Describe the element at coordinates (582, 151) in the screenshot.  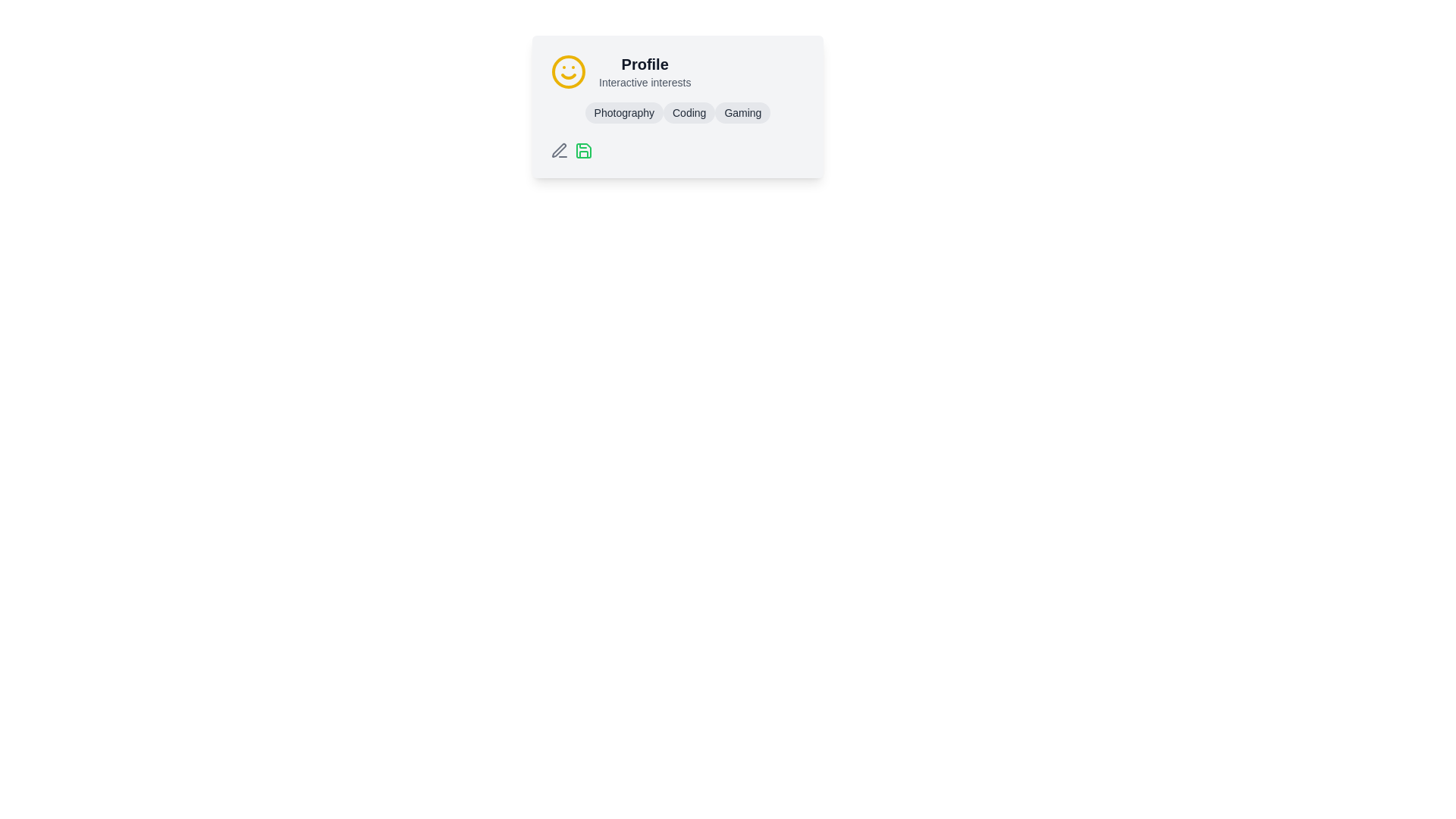
I see `the green save icon located in the lower-right corner of the profile card, adjacent to the pencil-edit icon` at that location.